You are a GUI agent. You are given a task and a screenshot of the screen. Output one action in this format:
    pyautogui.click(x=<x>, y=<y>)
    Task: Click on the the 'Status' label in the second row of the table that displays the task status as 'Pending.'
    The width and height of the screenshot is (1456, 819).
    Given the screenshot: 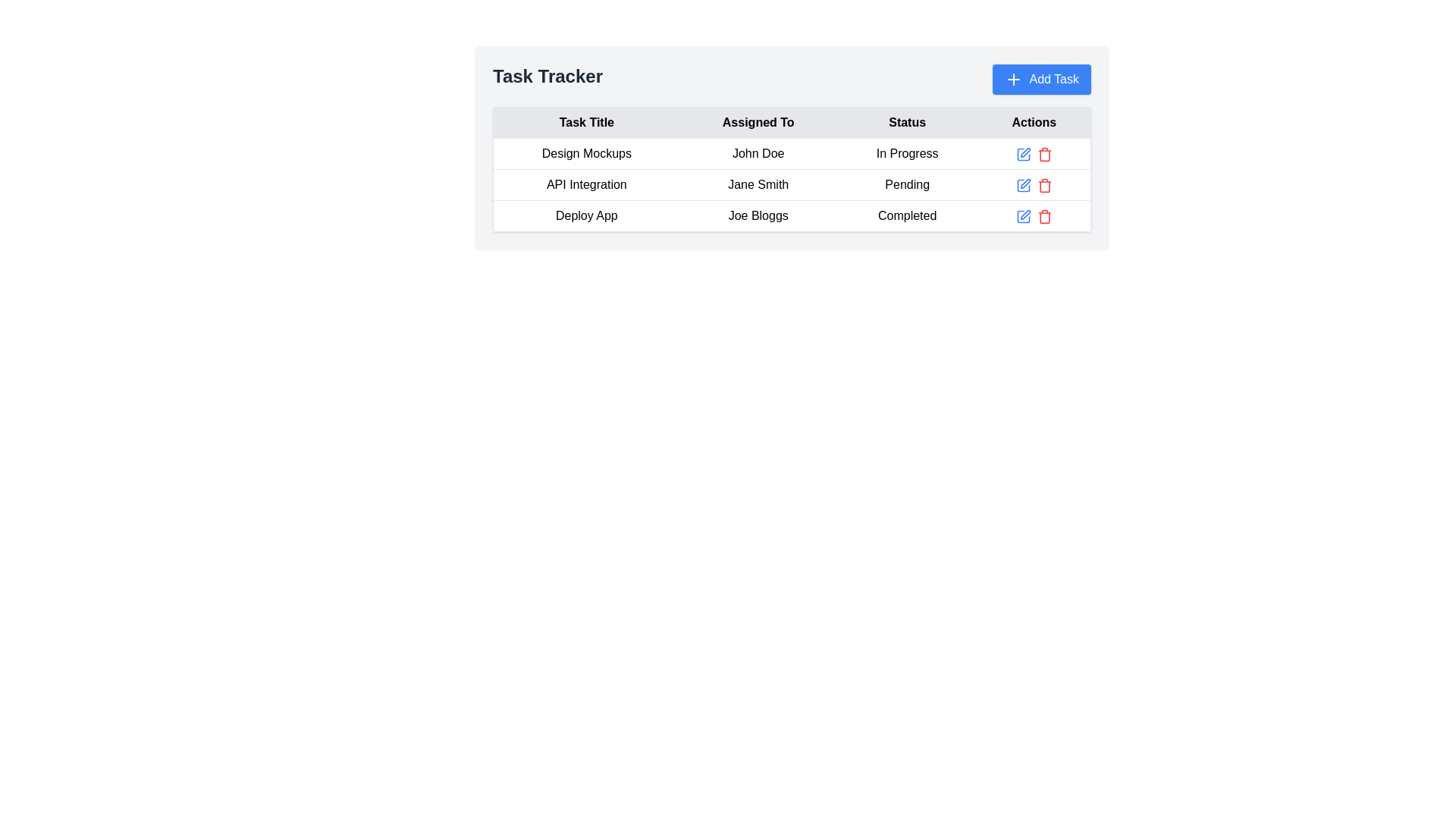 What is the action you would take?
    pyautogui.click(x=907, y=184)
    